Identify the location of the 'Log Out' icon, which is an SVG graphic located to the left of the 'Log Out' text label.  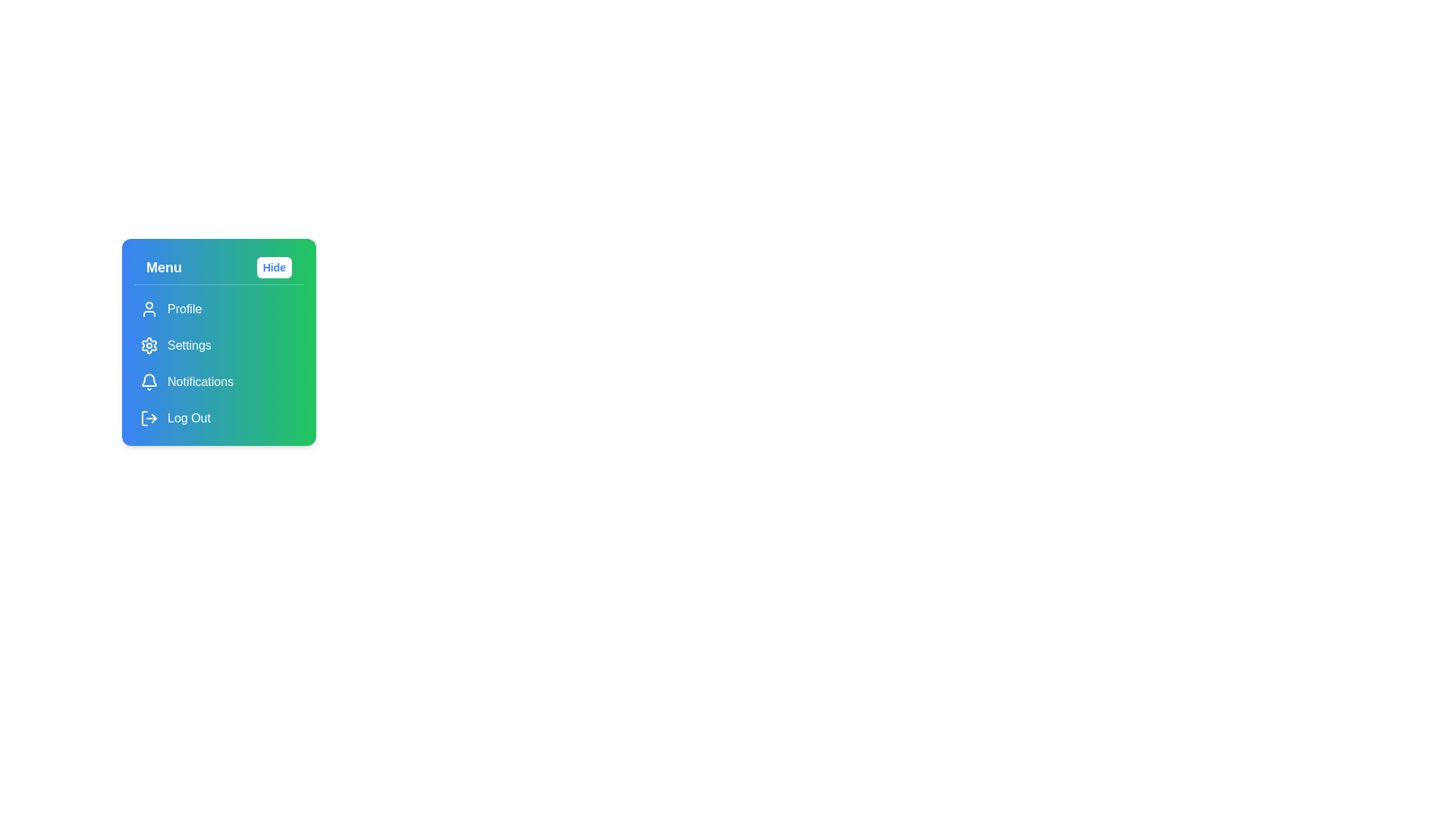
(149, 418).